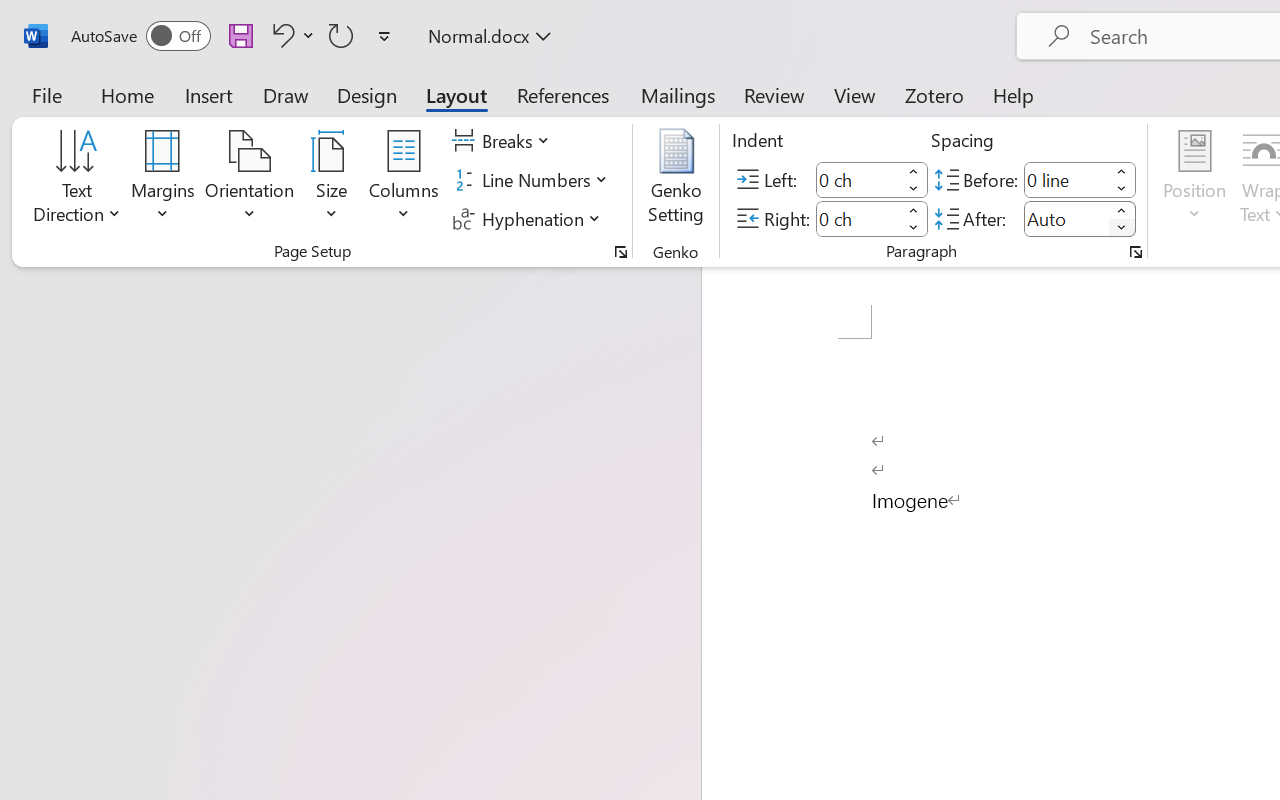 This screenshot has height=800, width=1280. What do you see at coordinates (332, 179) in the screenshot?
I see `'Size'` at bounding box center [332, 179].